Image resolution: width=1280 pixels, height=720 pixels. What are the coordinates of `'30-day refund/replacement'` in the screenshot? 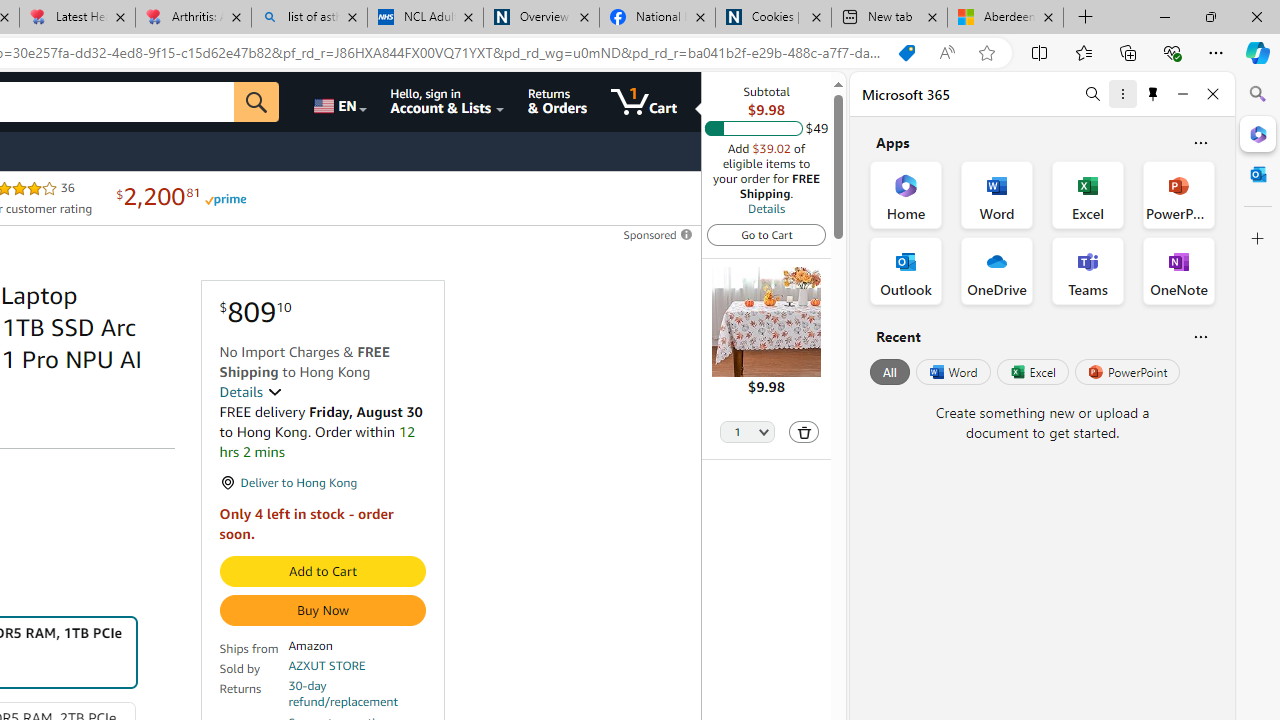 It's located at (357, 693).